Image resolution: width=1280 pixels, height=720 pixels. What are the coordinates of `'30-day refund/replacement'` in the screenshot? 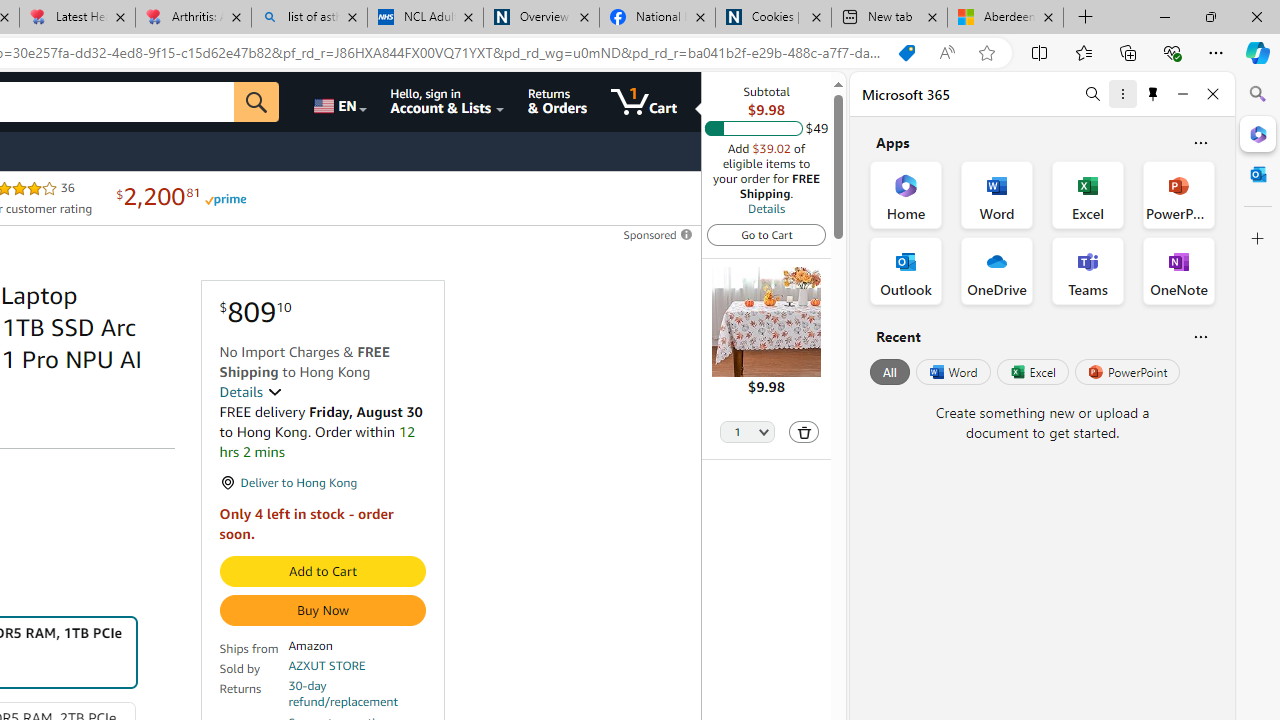 It's located at (357, 693).